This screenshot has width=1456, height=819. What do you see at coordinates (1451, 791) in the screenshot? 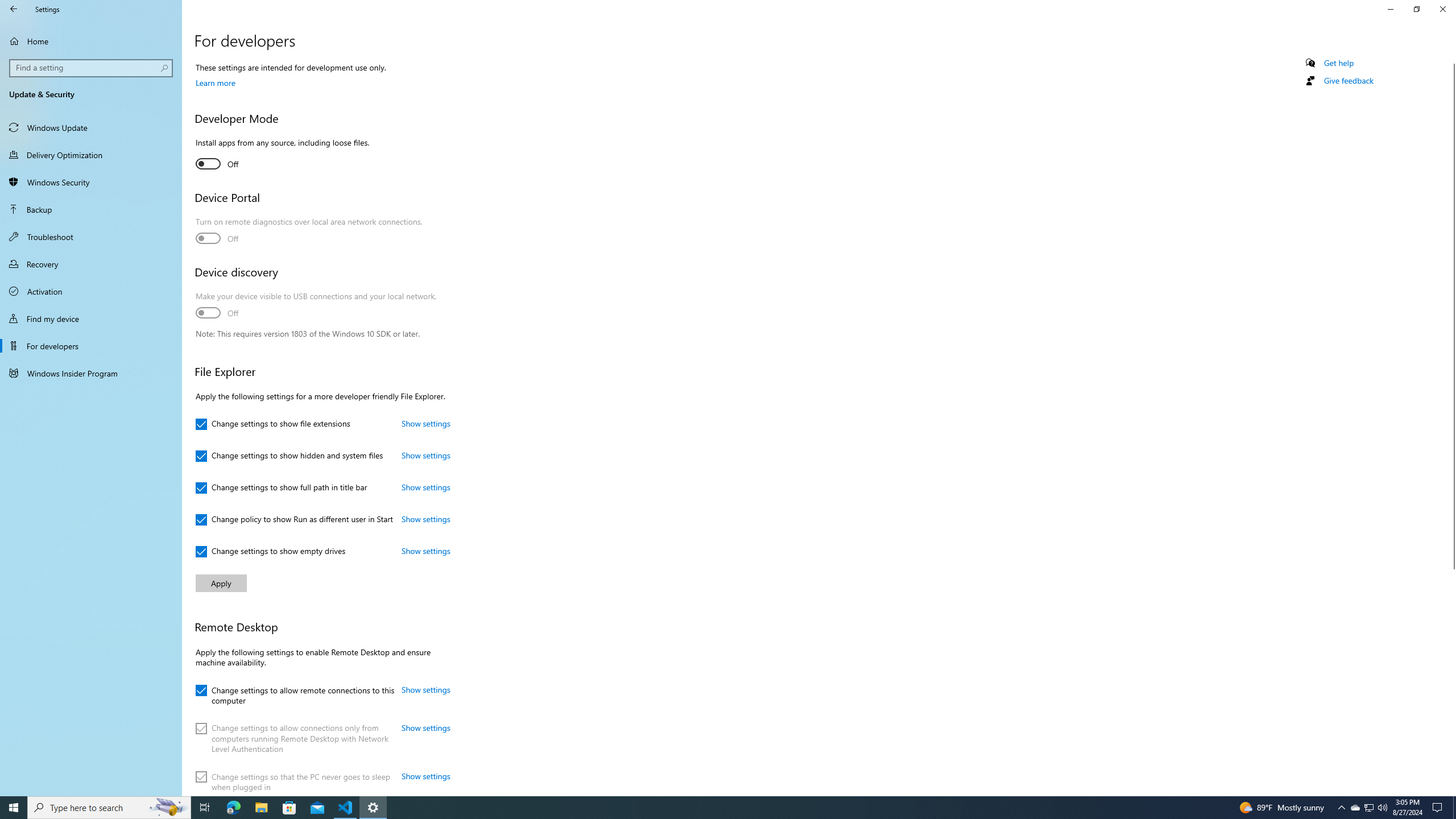
I see `'Vertical Small Increase'` at bounding box center [1451, 791].